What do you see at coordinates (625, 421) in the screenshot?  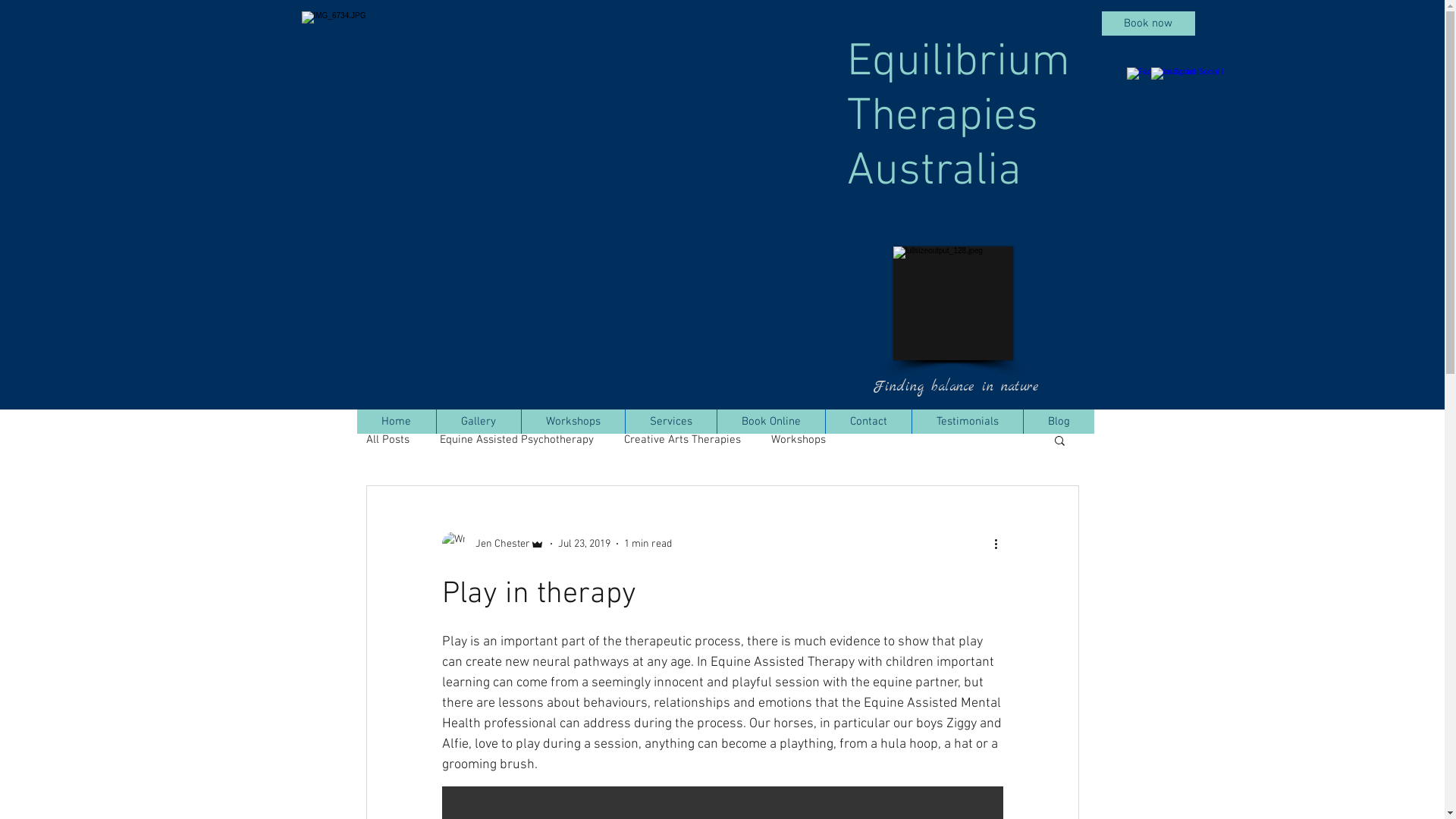 I see `'Services'` at bounding box center [625, 421].